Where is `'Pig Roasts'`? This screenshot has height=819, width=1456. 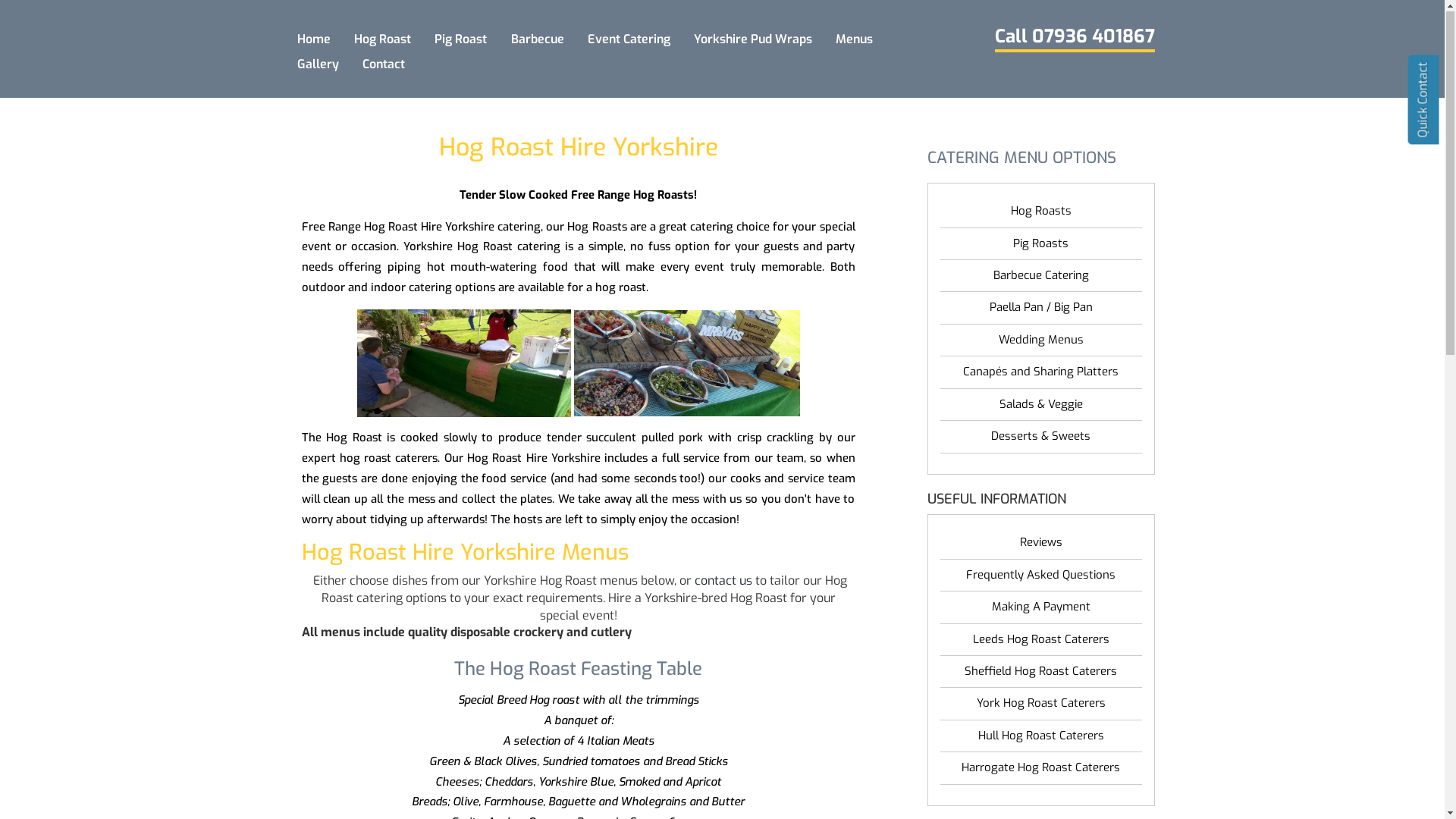
'Pig Roasts' is located at coordinates (1040, 243).